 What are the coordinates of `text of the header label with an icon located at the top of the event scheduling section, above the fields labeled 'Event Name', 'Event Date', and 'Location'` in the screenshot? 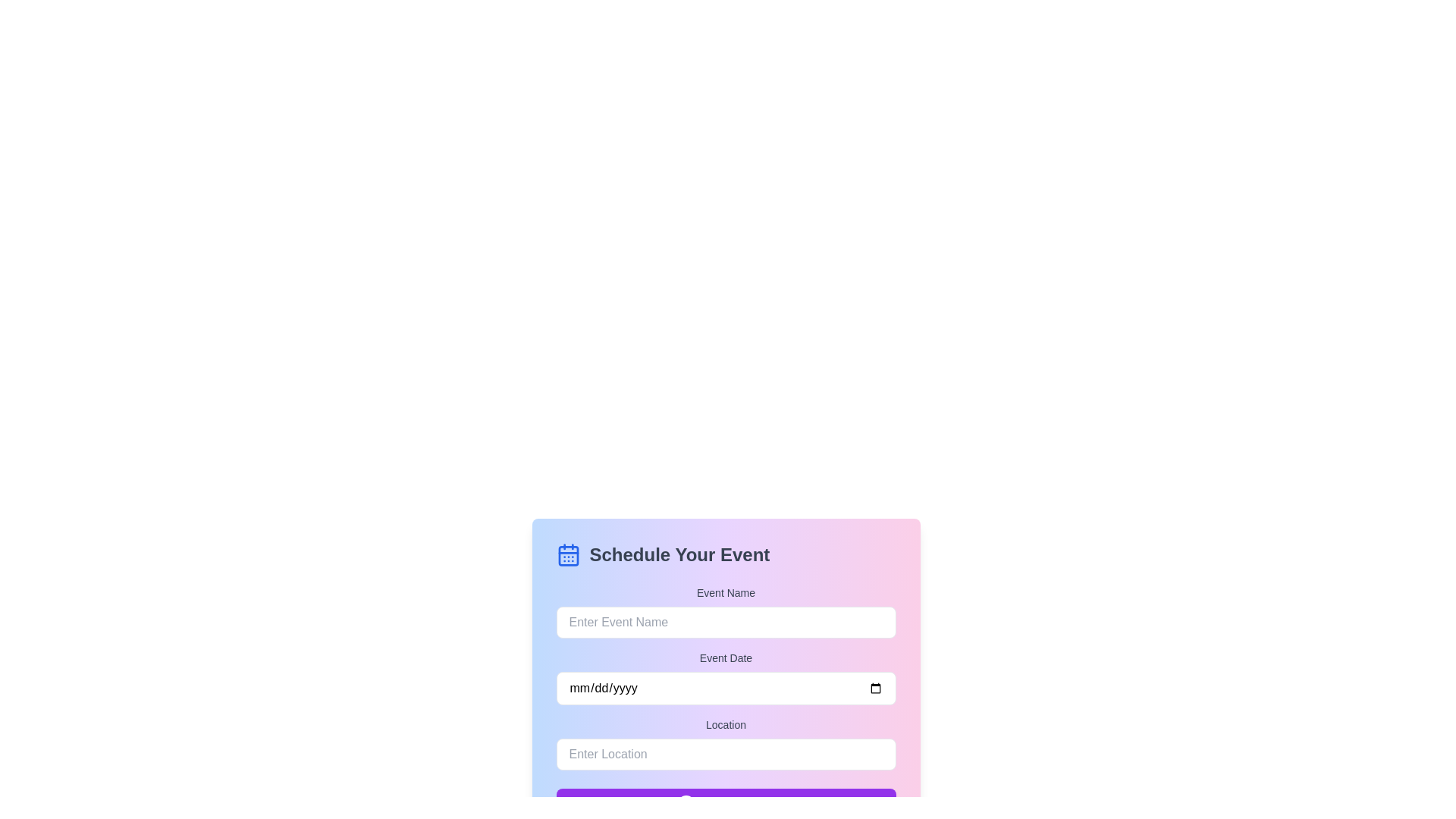 It's located at (725, 555).